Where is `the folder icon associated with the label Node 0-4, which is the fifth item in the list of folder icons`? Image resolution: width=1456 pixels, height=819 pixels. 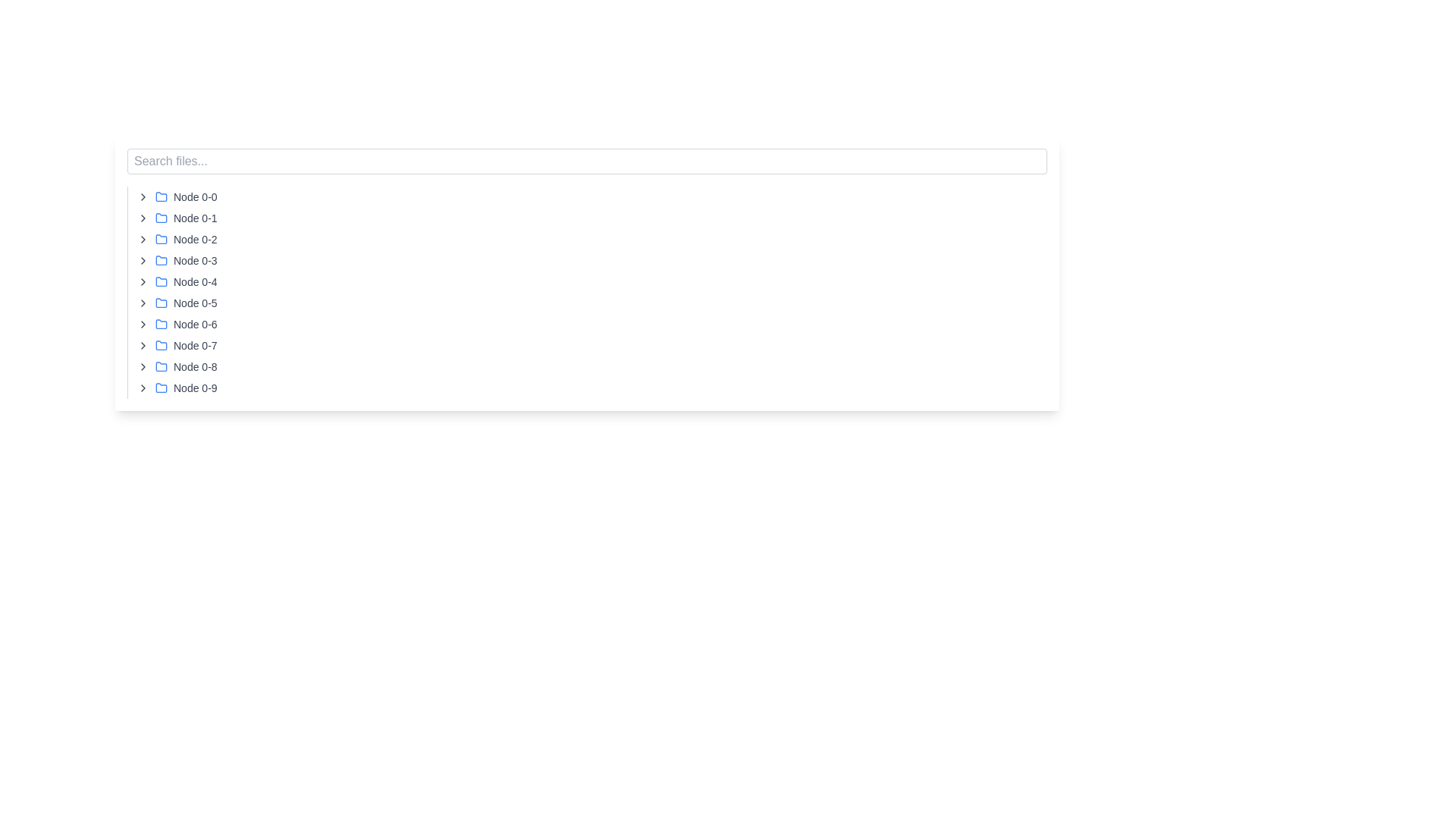
the folder icon associated with the label Node 0-4, which is the fifth item in the list of folder icons is located at coordinates (161, 281).